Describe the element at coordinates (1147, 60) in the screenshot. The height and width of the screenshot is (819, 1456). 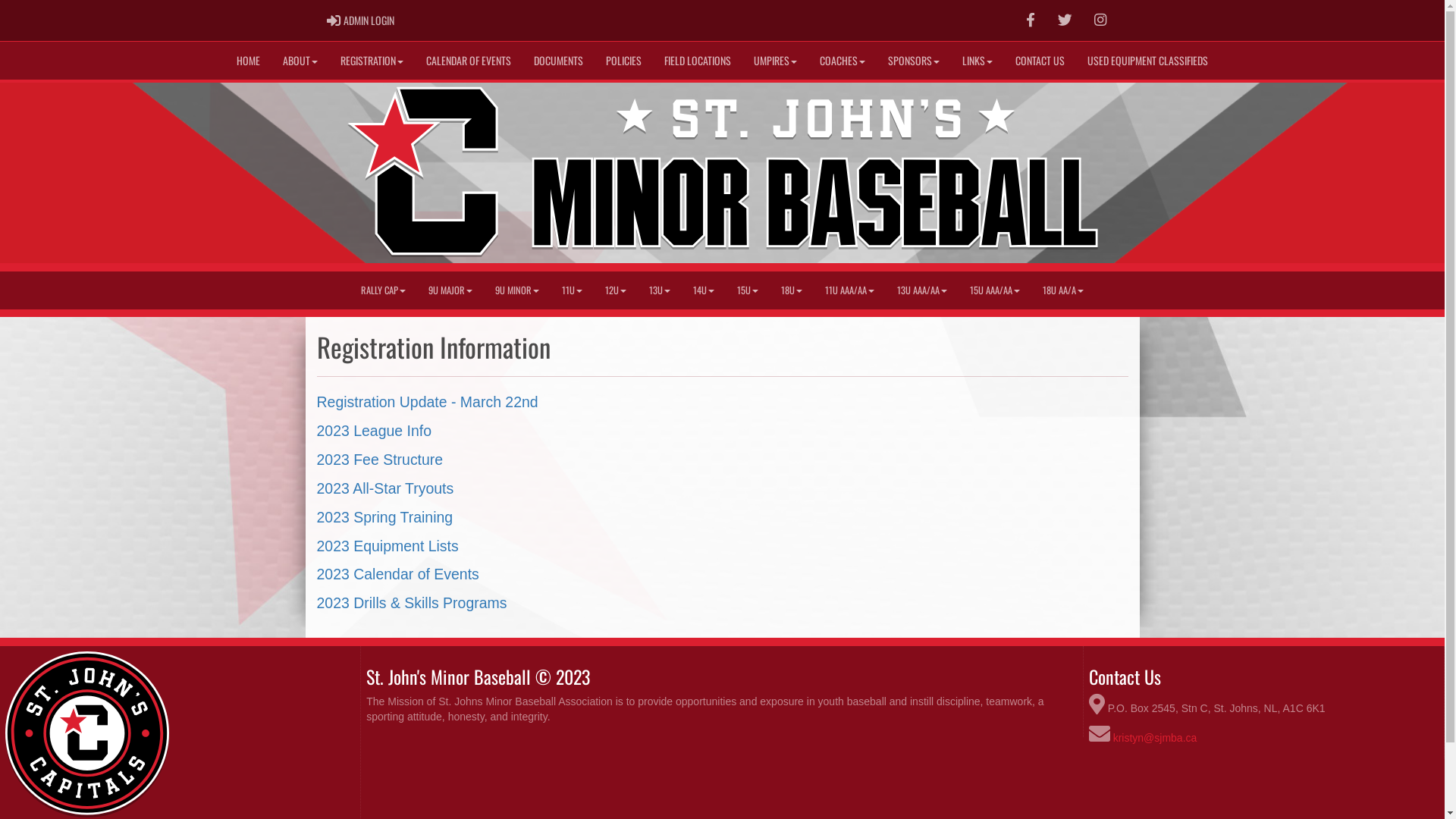
I see `'USED EQUIPMENT CLASSIFIEDS'` at that location.